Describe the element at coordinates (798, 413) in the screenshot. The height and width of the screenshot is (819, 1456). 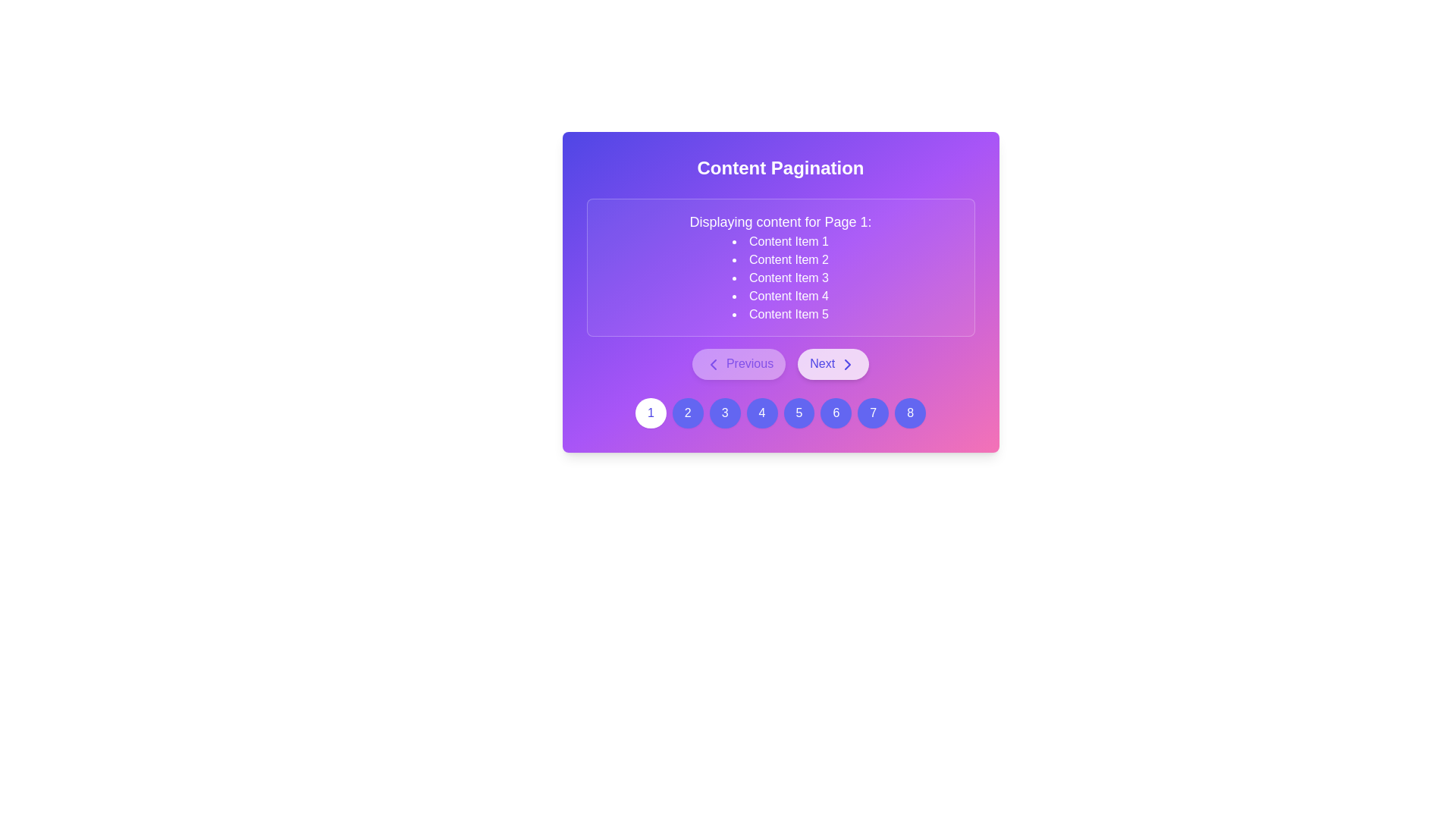
I see `the round blue button labeled '5' to observe its interactive effects` at that location.